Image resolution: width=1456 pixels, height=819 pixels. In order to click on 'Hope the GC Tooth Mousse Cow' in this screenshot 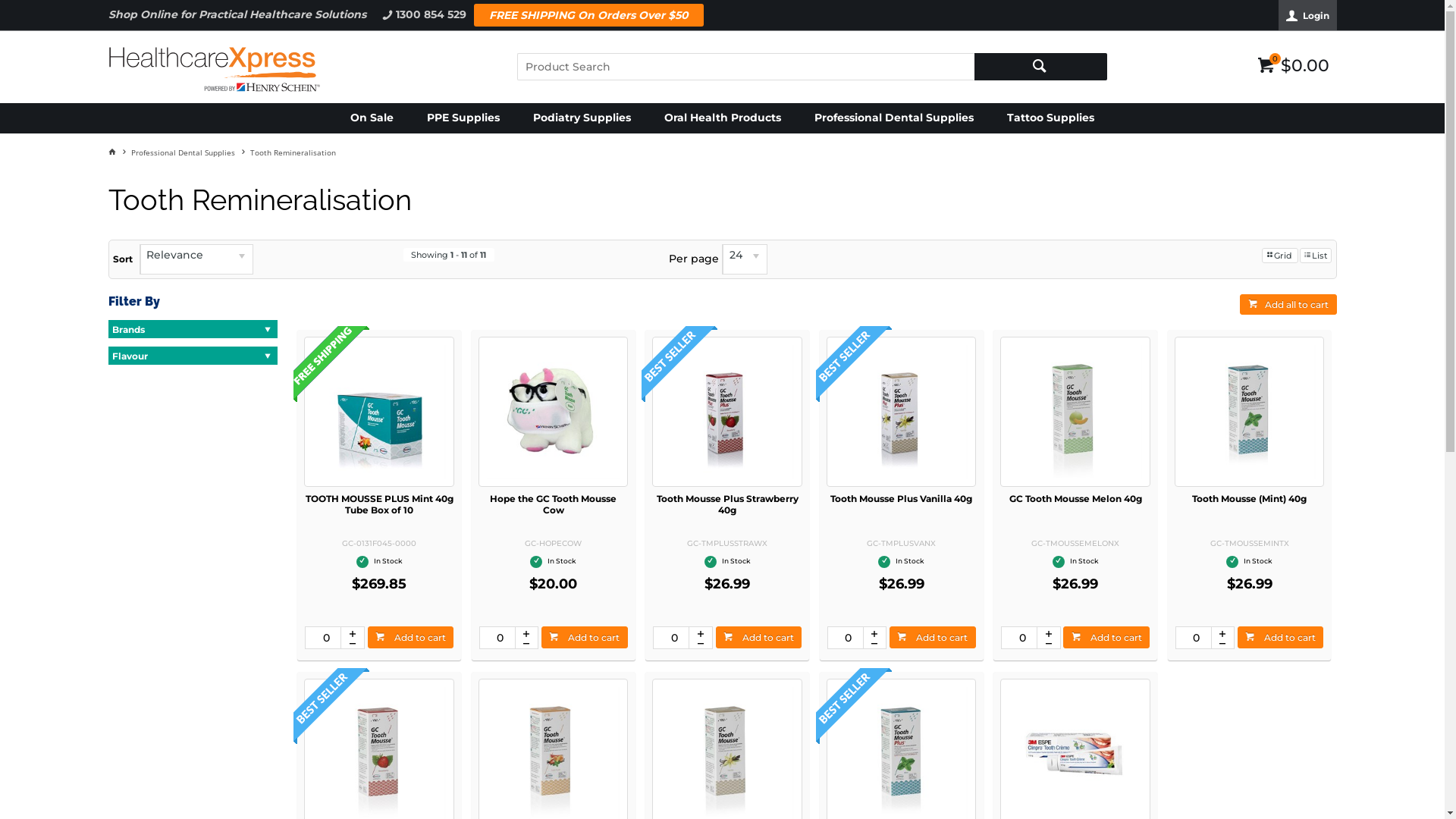, I will do `click(552, 504)`.